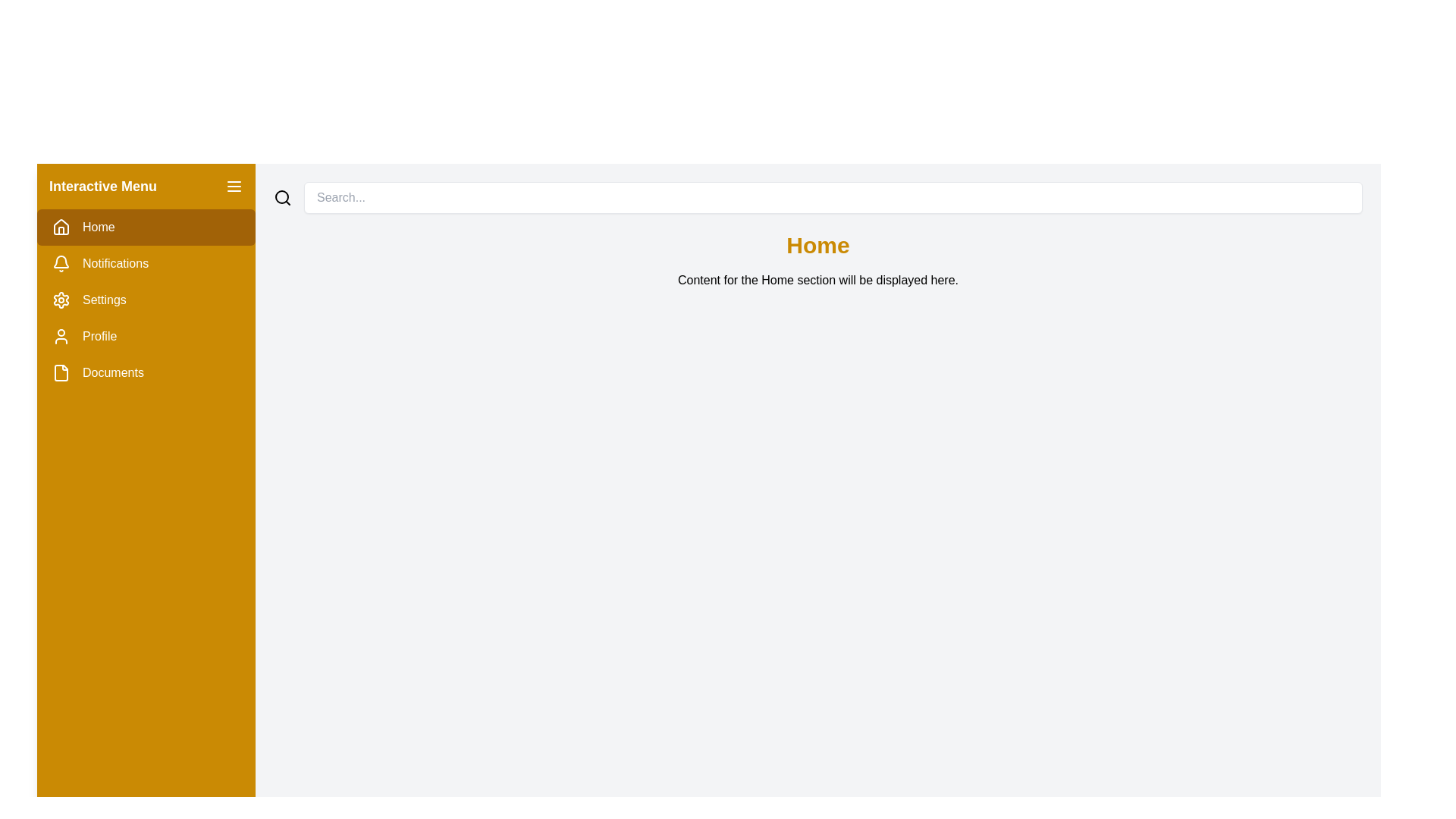  Describe the element at coordinates (99, 335) in the screenshot. I see `the 'Profile' text label in the fourth row of the left-hand navigation panel` at that location.